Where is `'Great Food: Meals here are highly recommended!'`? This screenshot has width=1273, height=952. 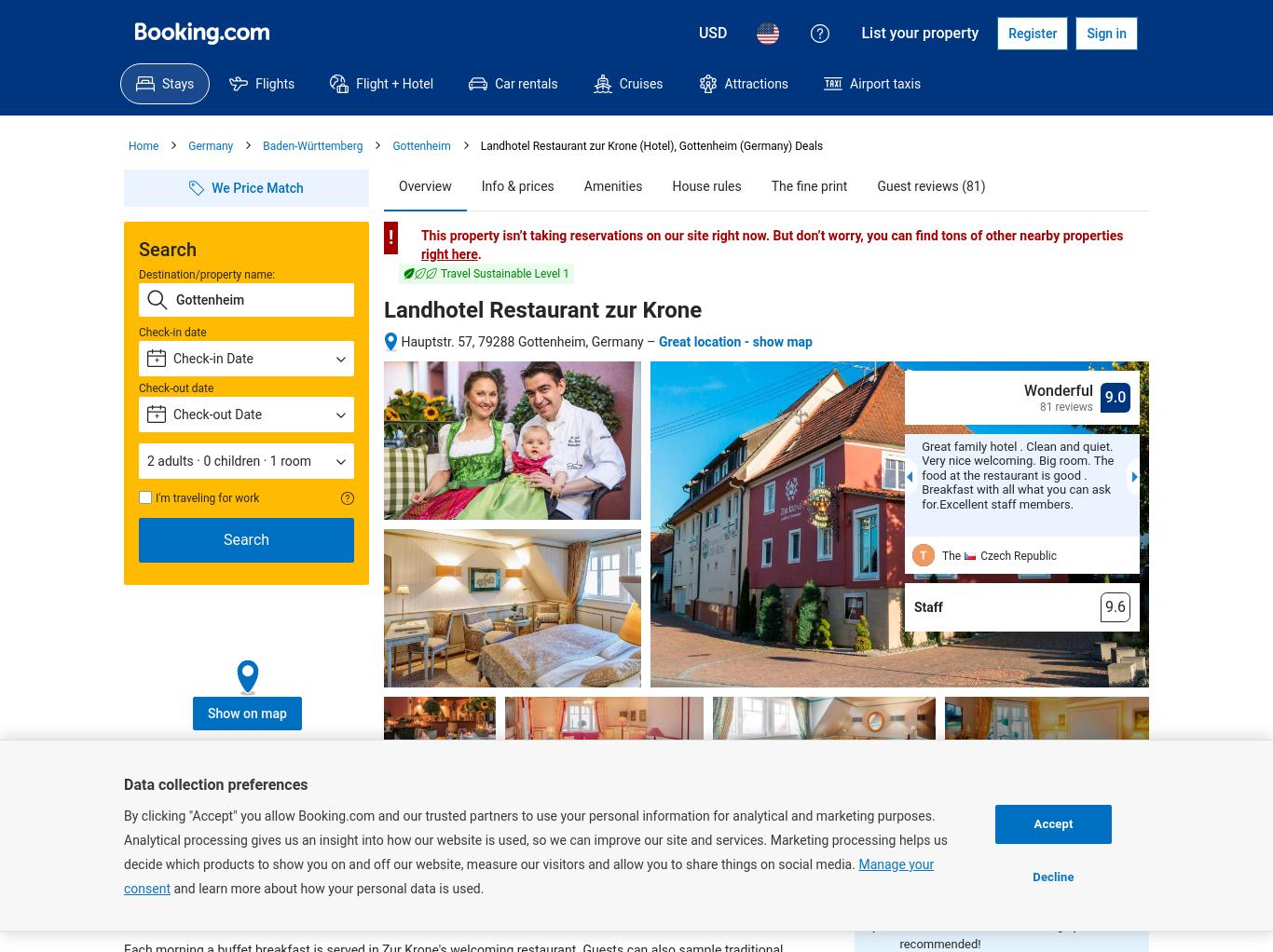
'Great Food: Meals here are highly recommended!' is located at coordinates (898, 934).